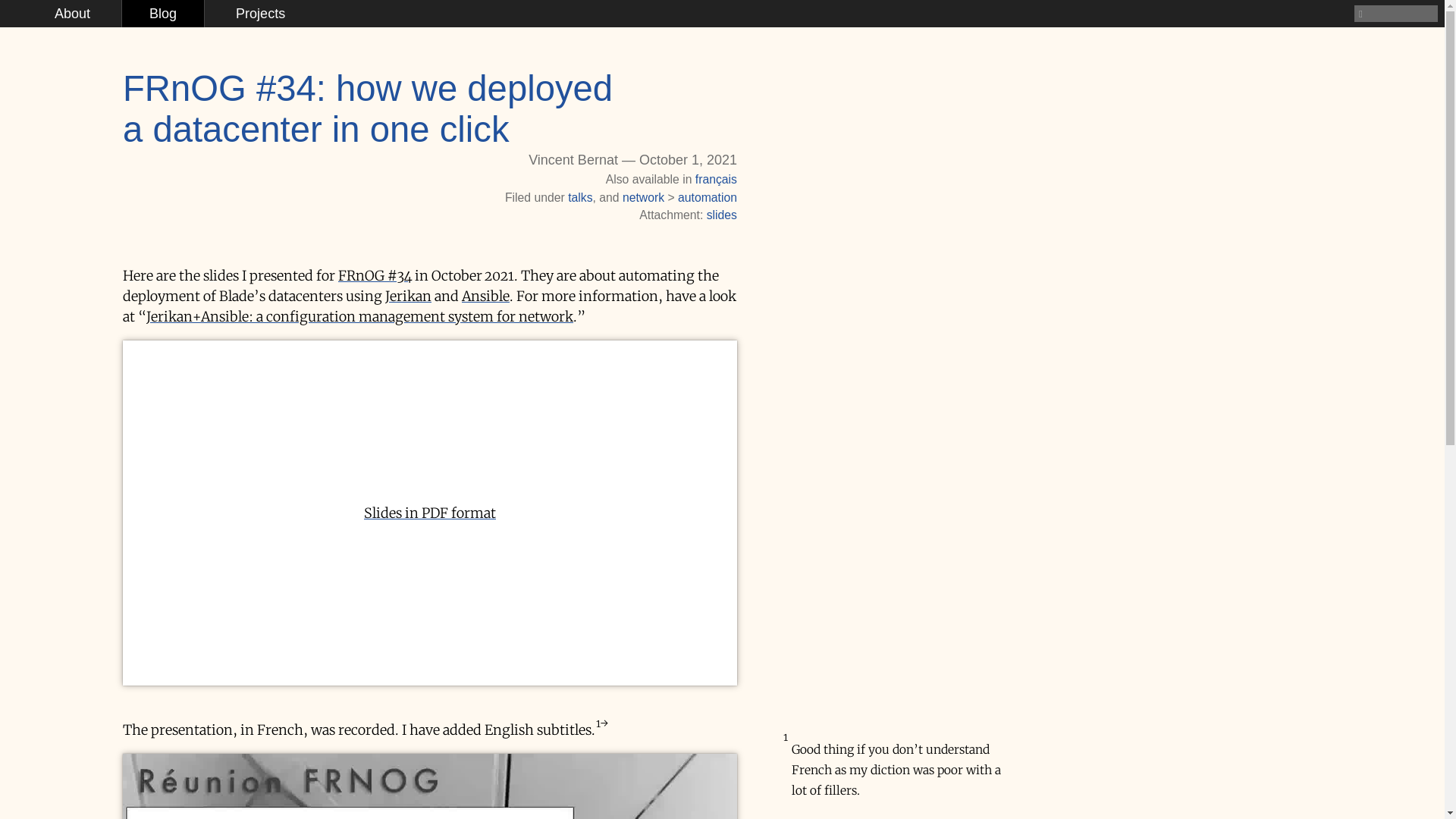  What do you see at coordinates (706, 196) in the screenshot?
I see `'automation'` at bounding box center [706, 196].